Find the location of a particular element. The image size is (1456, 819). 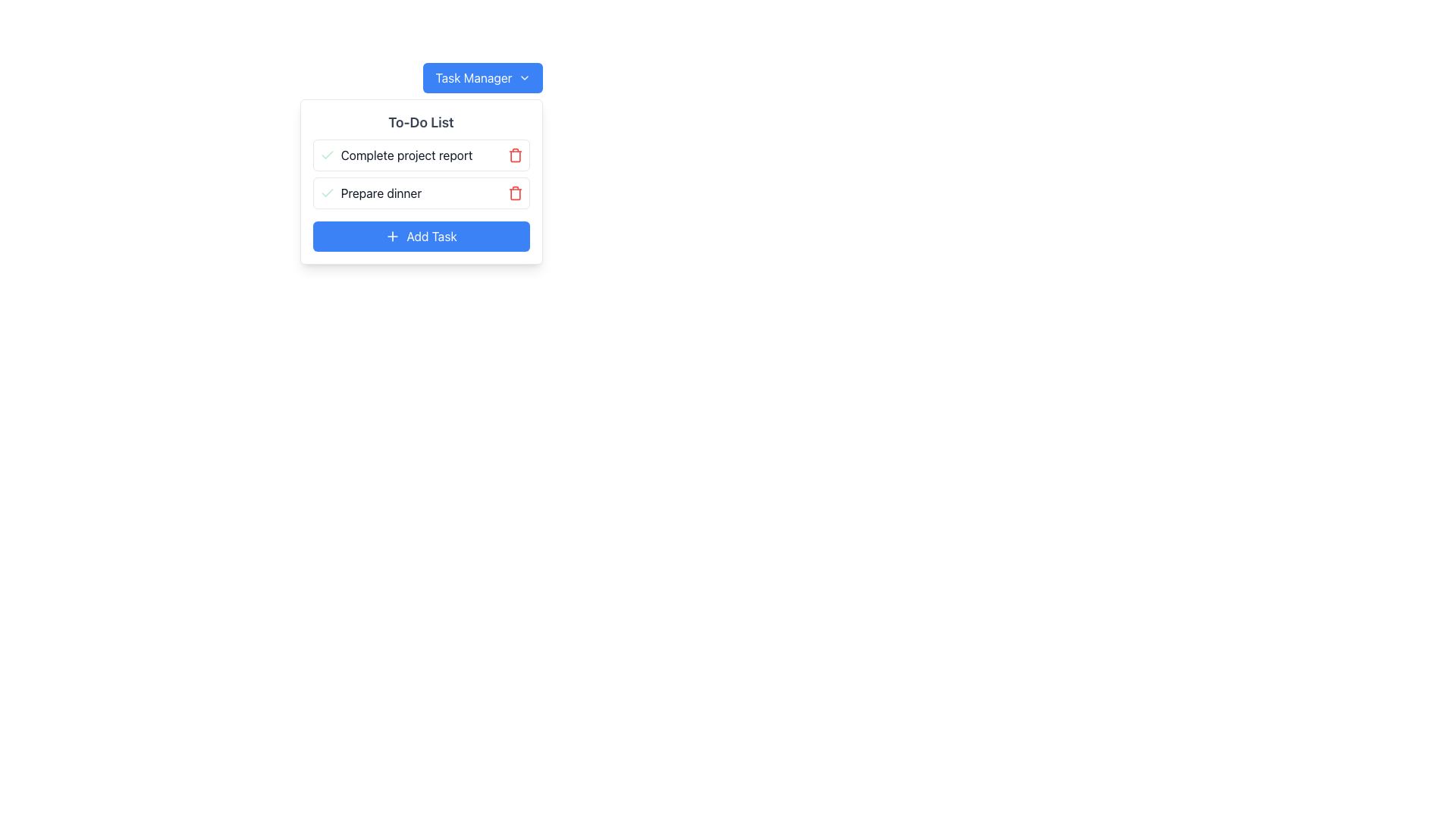

the second item in the To-Do List, which displays the task description 'Prepare dinner' is located at coordinates (421, 180).